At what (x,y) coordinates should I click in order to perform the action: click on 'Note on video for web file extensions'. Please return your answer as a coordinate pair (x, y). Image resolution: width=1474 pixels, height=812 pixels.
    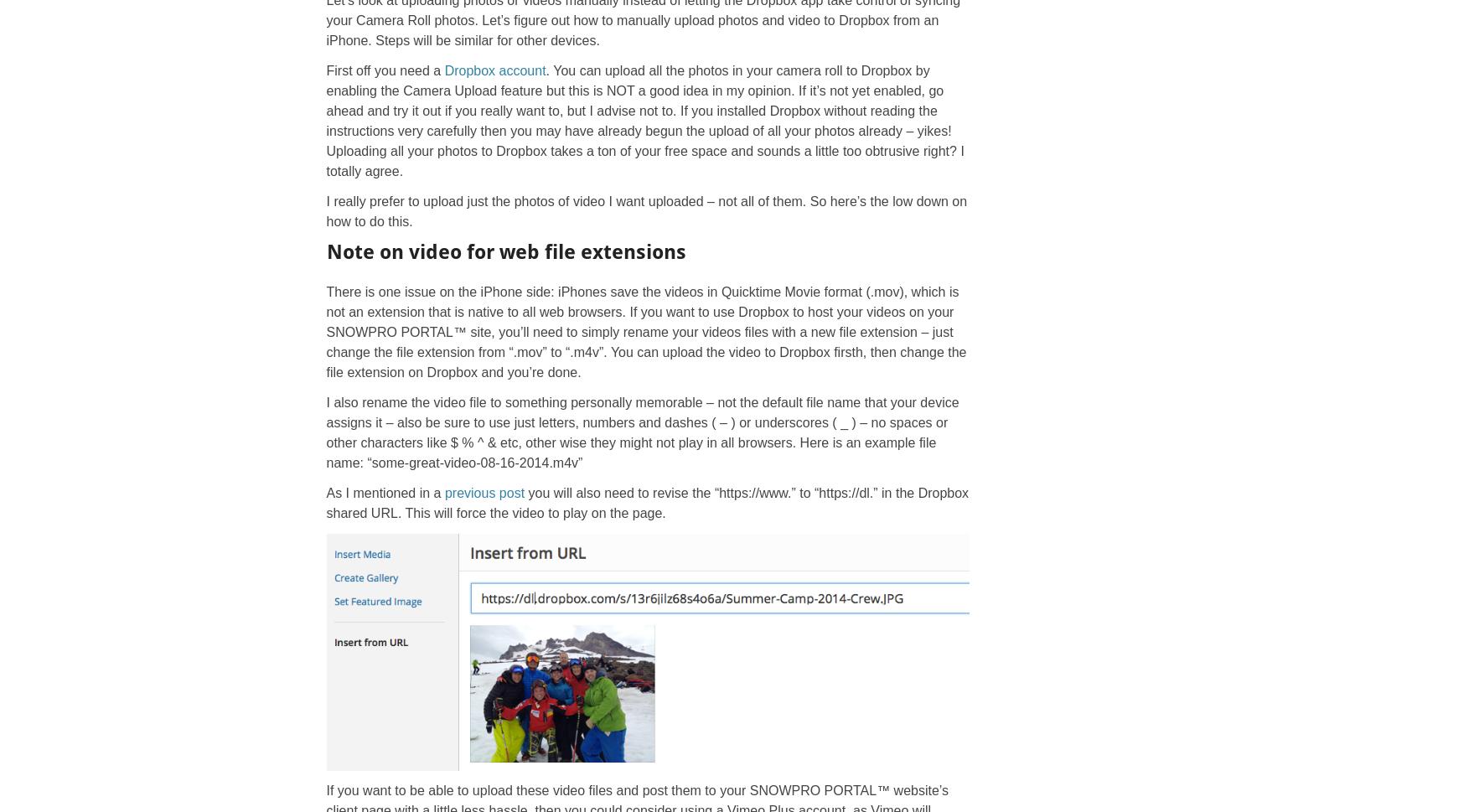
    Looking at the image, I should click on (504, 251).